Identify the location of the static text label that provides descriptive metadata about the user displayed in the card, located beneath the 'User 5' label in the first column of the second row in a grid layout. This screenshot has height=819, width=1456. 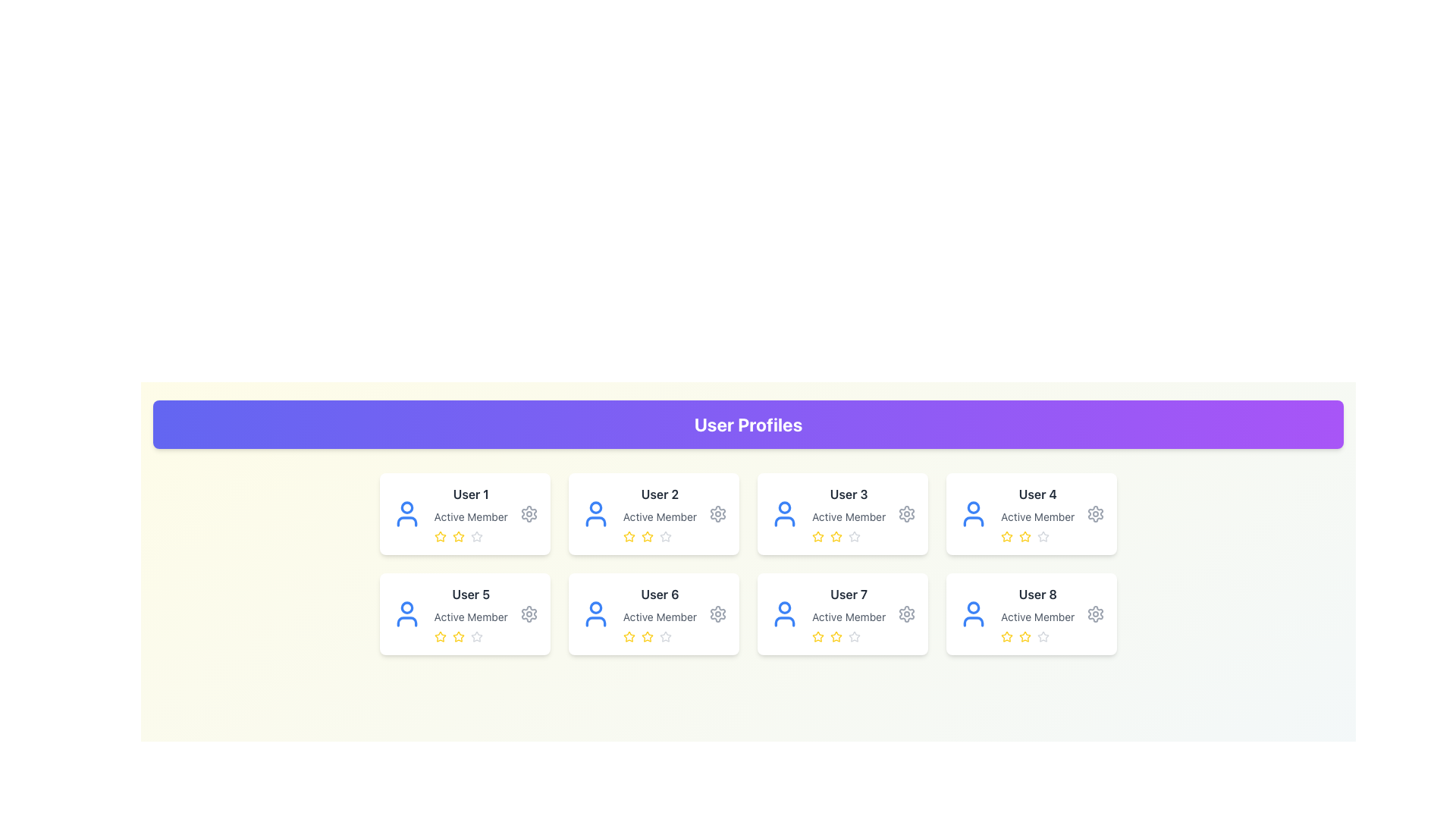
(470, 617).